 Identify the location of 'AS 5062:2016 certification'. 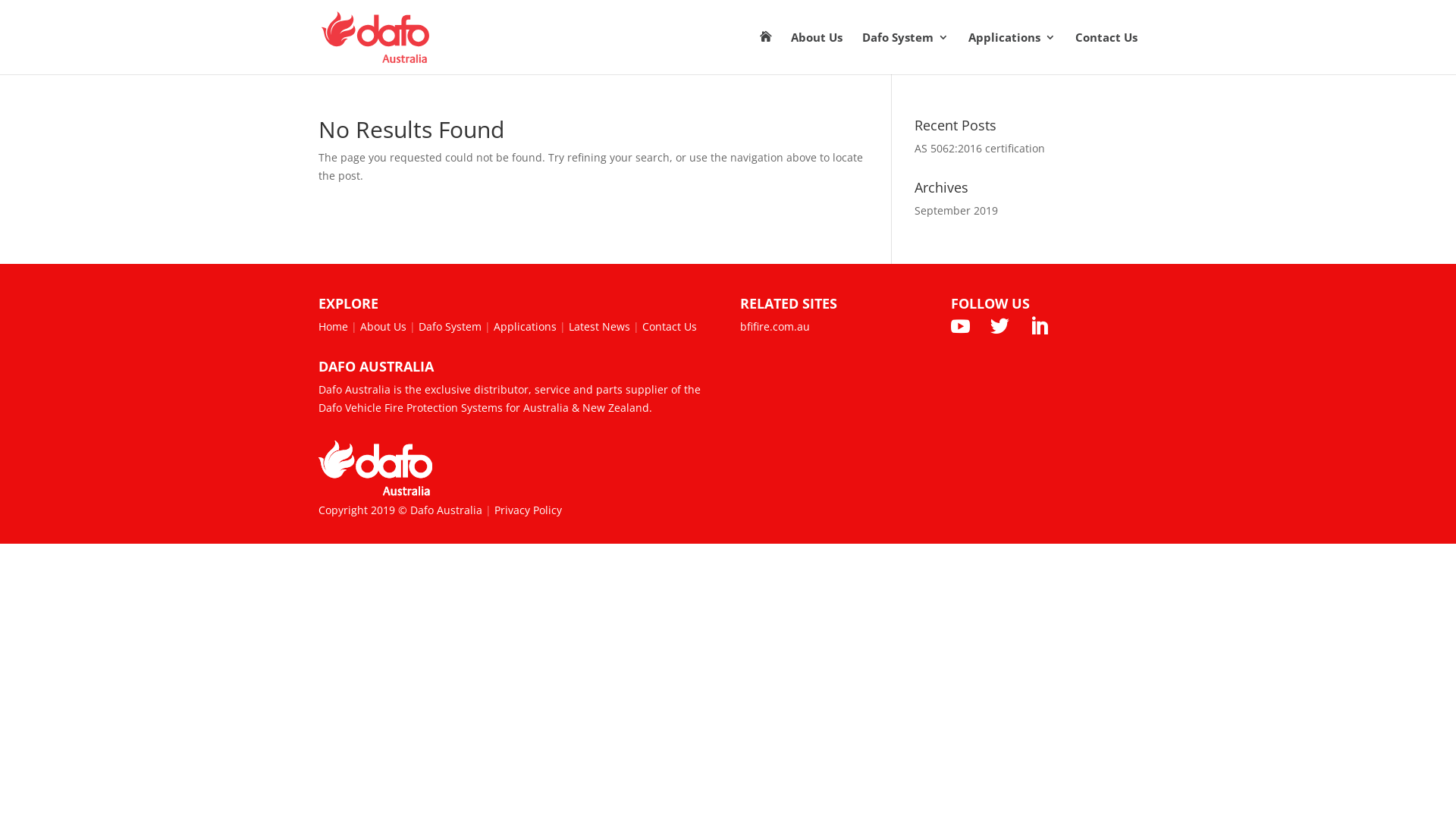
(979, 148).